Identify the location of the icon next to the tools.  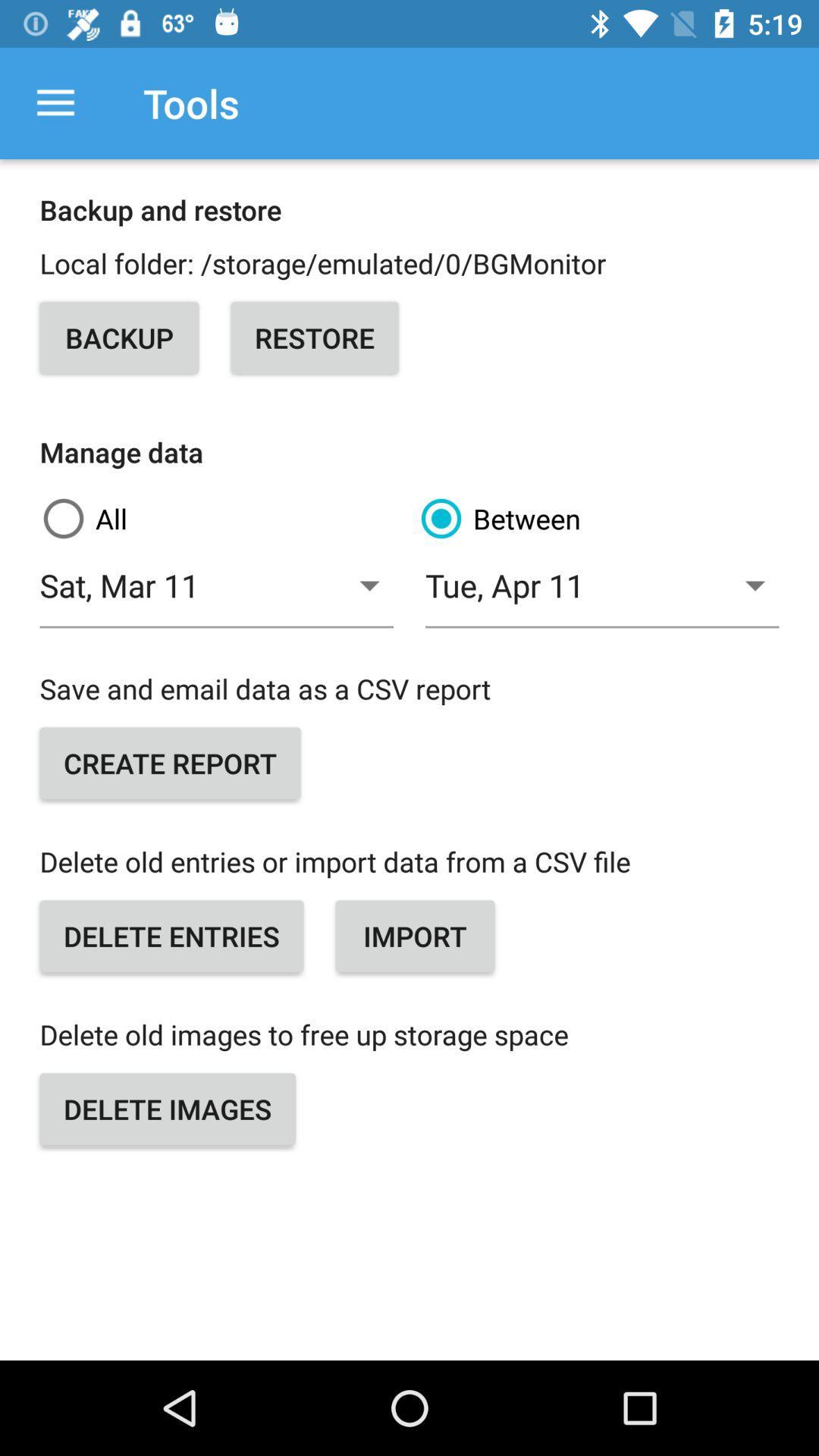
(55, 102).